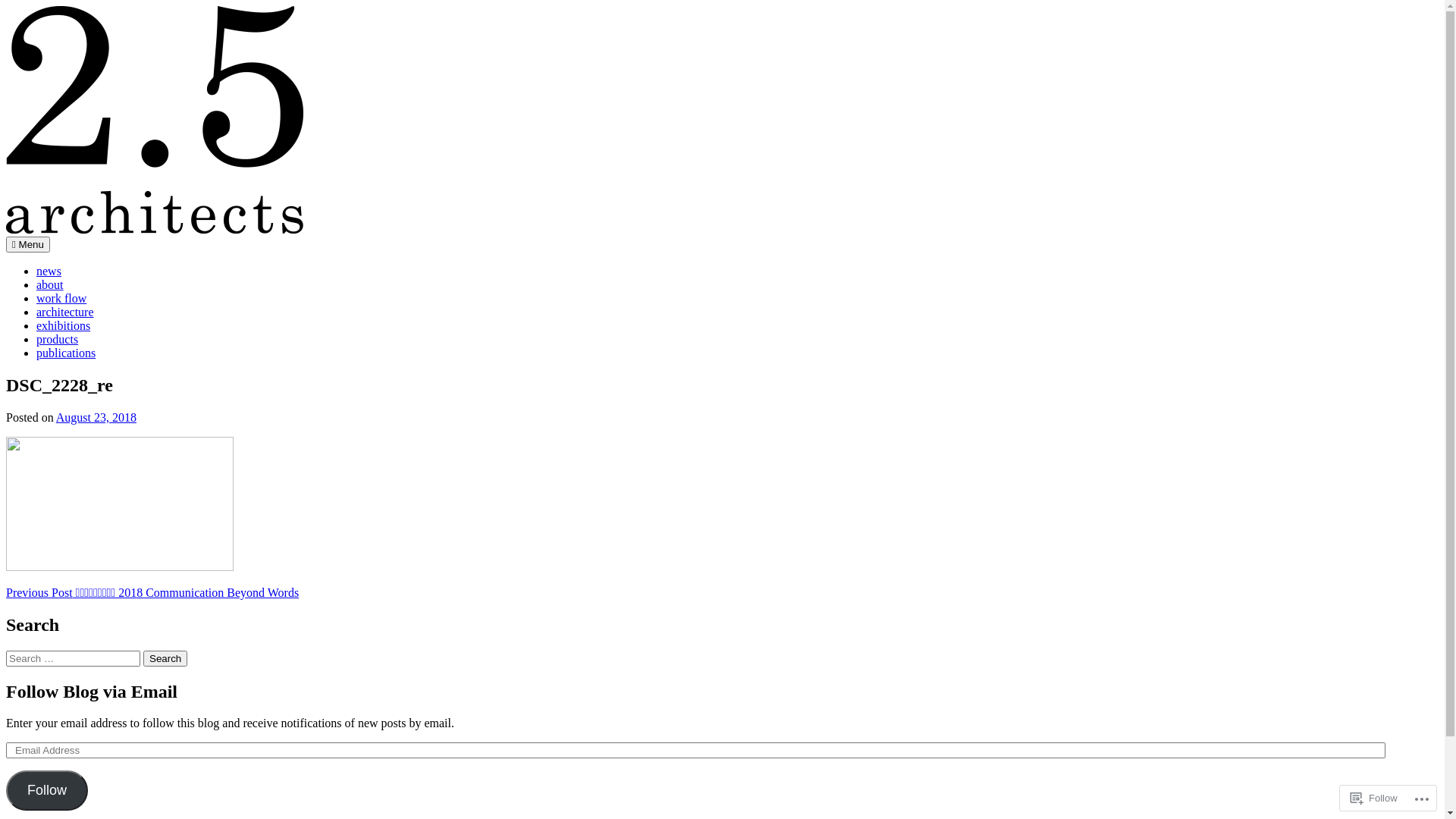 This screenshot has width=1456, height=819. Describe the element at coordinates (95, 417) in the screenshot. I see `'August 23, 2018'` at that location.